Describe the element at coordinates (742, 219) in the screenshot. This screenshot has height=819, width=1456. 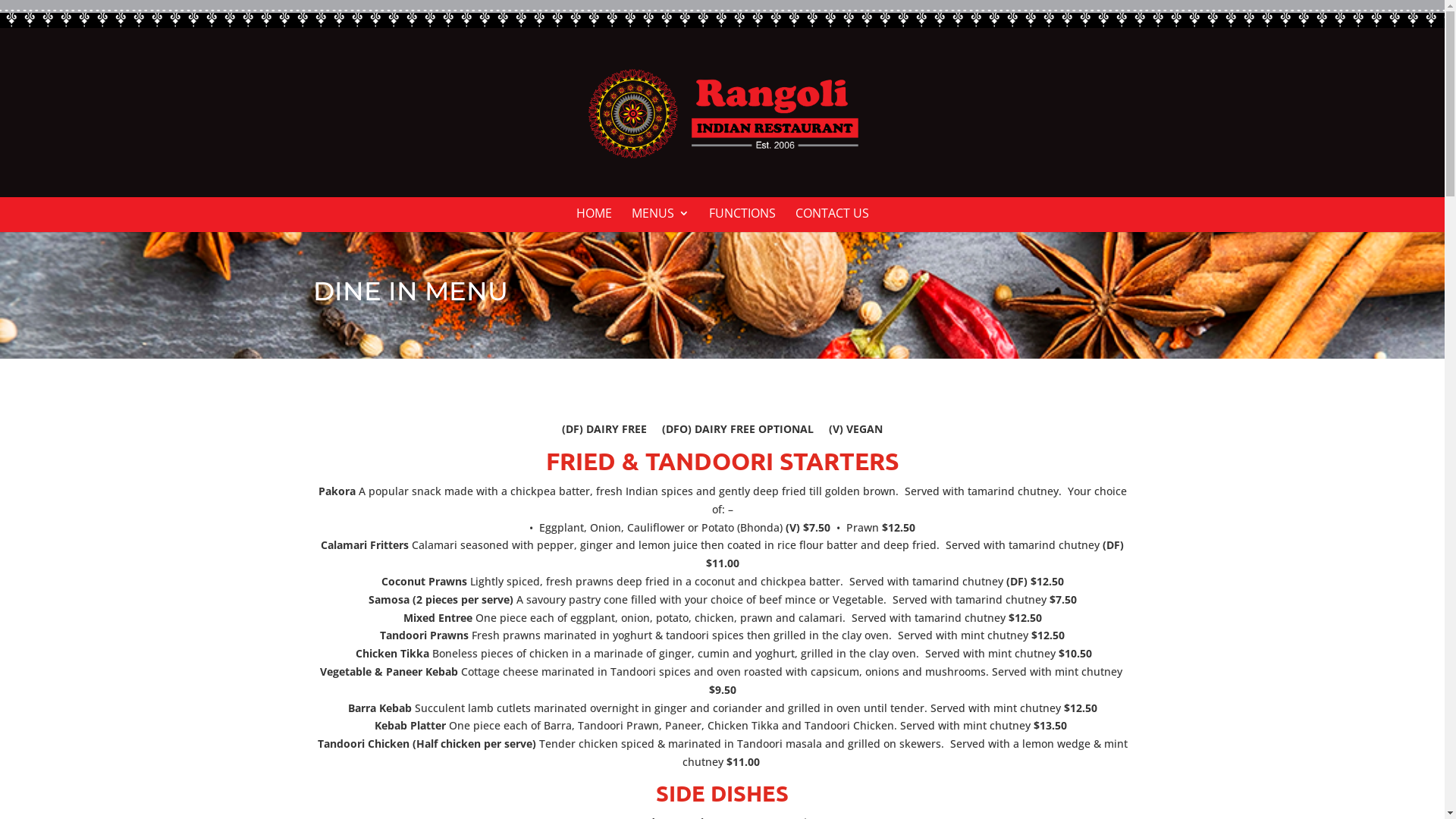
I see `'FUNCTIONS'` at that location.